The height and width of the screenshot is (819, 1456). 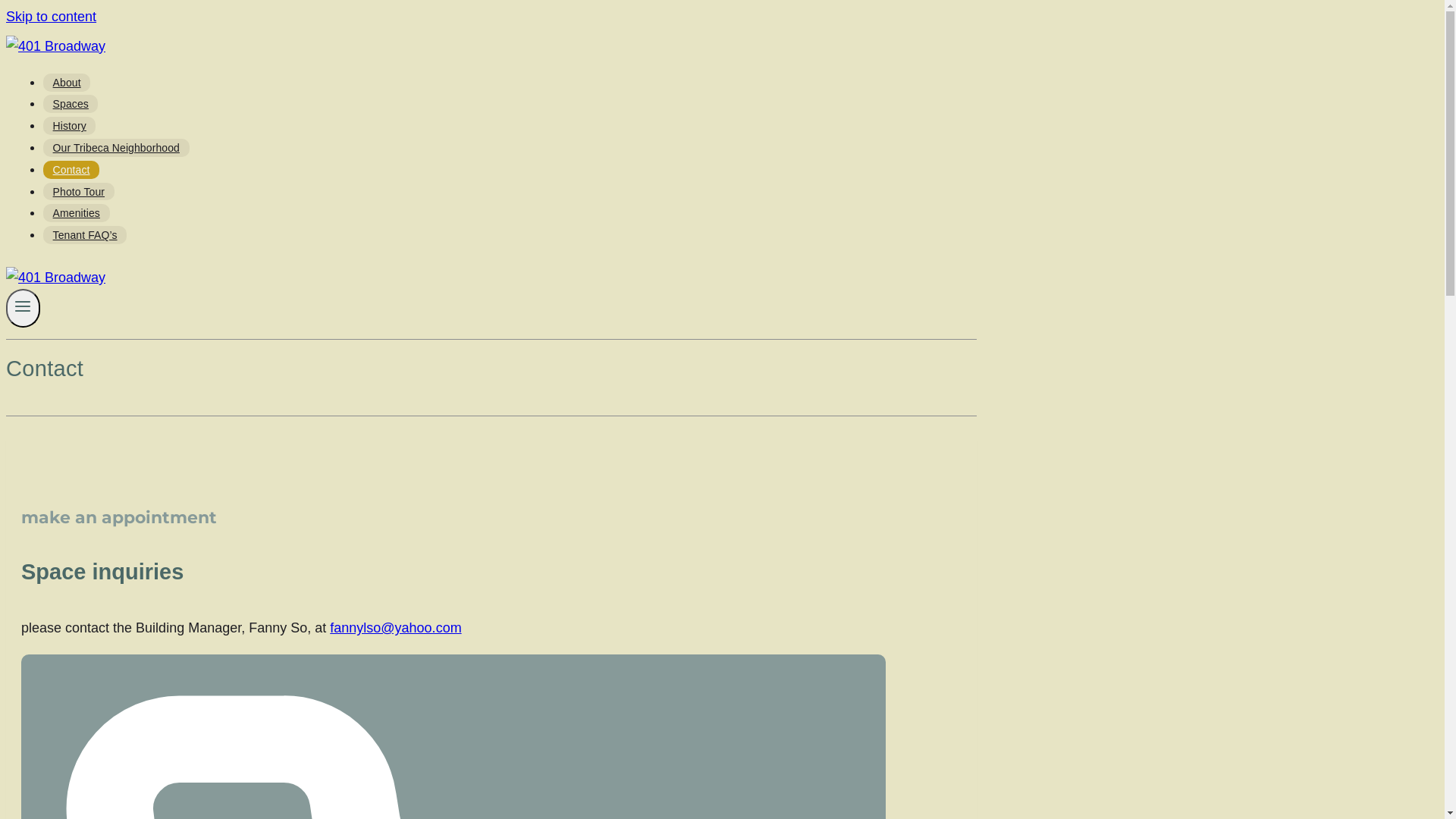 What do you see at coordinates (78, 191) in the screenshot?
I see `'Photo Tour'` at bounding box center [78, 191].